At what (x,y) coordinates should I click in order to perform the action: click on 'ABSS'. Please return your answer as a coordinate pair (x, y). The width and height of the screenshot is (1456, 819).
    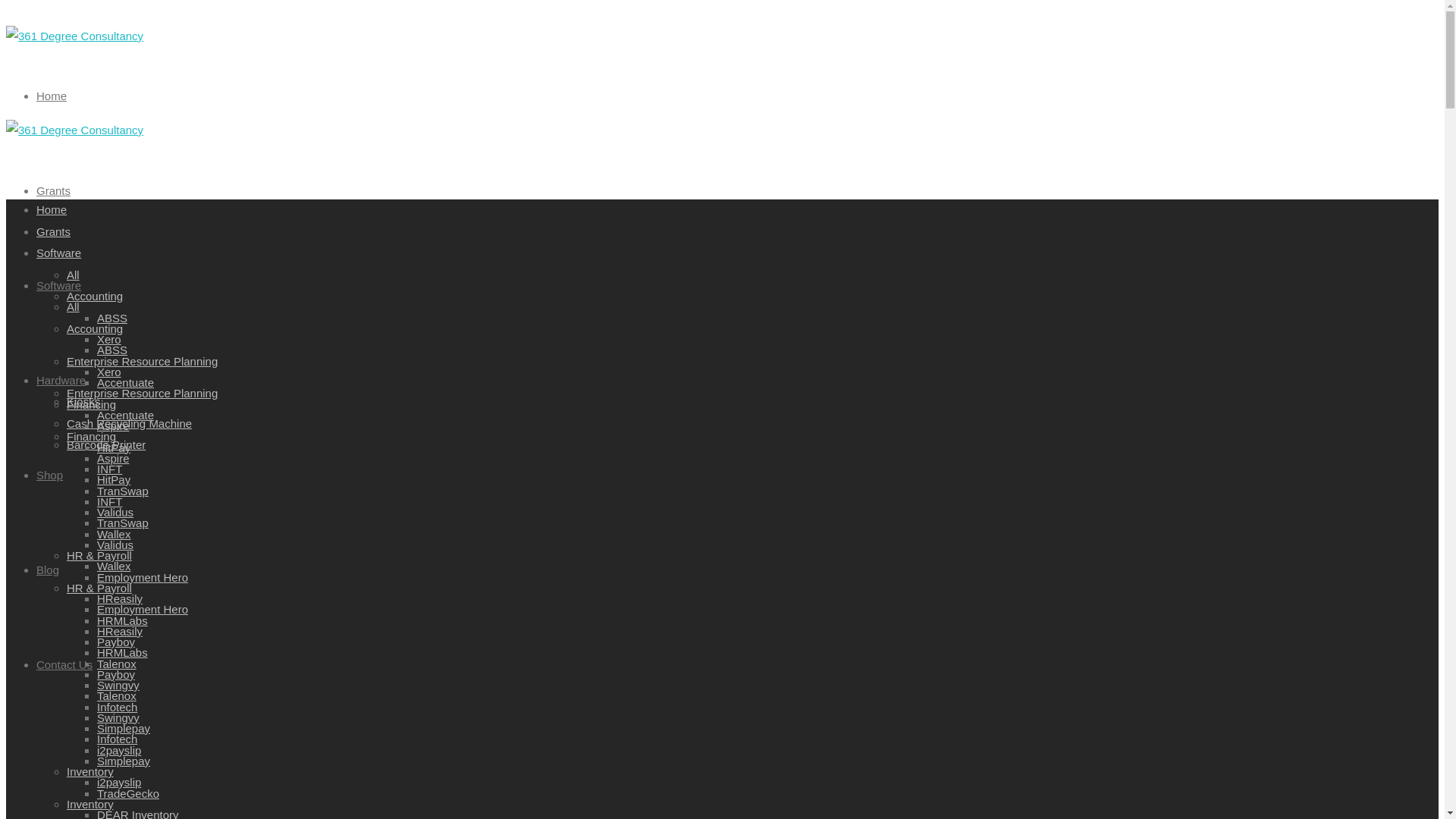
    Looking at the image, I should click on (111, 350).